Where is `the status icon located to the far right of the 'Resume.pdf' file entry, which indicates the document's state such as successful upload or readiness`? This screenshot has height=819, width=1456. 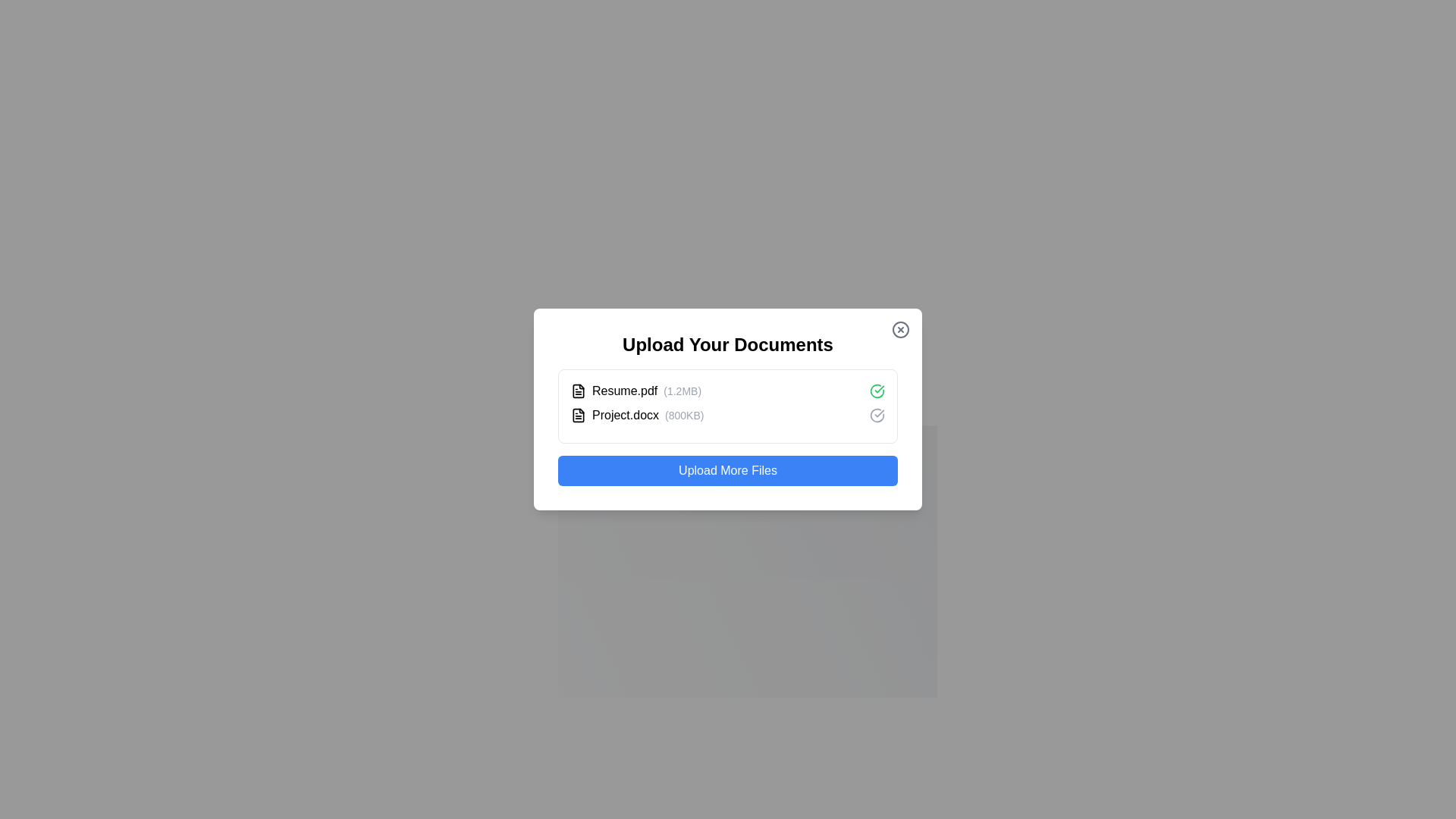
the status icon located to the far right of the 'Resume.pdf' file entry, which indicates the document's state such as successful upload or readiness is located at coordinates (877, 415).